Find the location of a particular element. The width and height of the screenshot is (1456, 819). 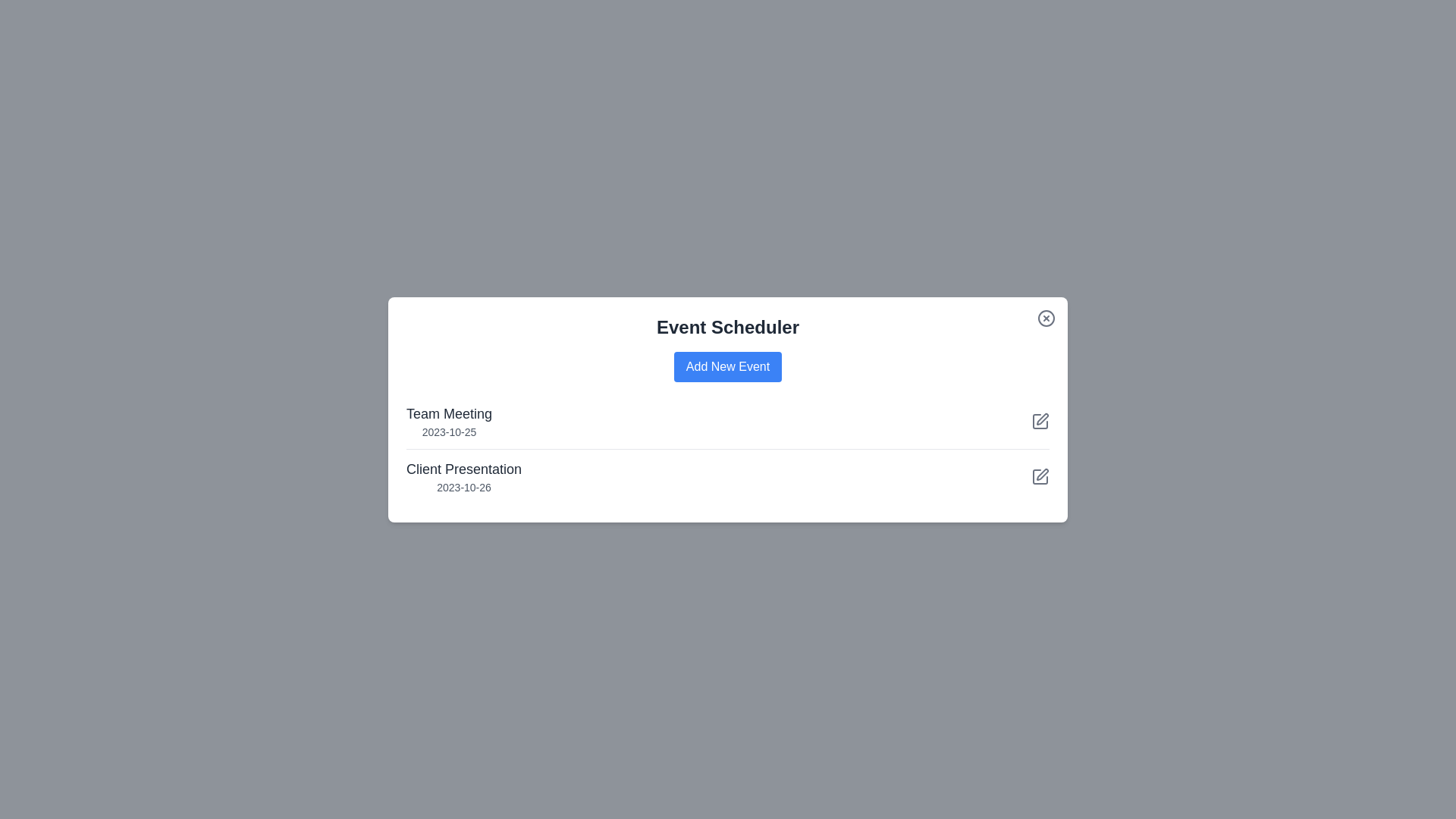

the 'Add New Event' button, which is a rectangular button with a blue background and white text, located at the center-top of the event details card is located at coordinates (728, 366).